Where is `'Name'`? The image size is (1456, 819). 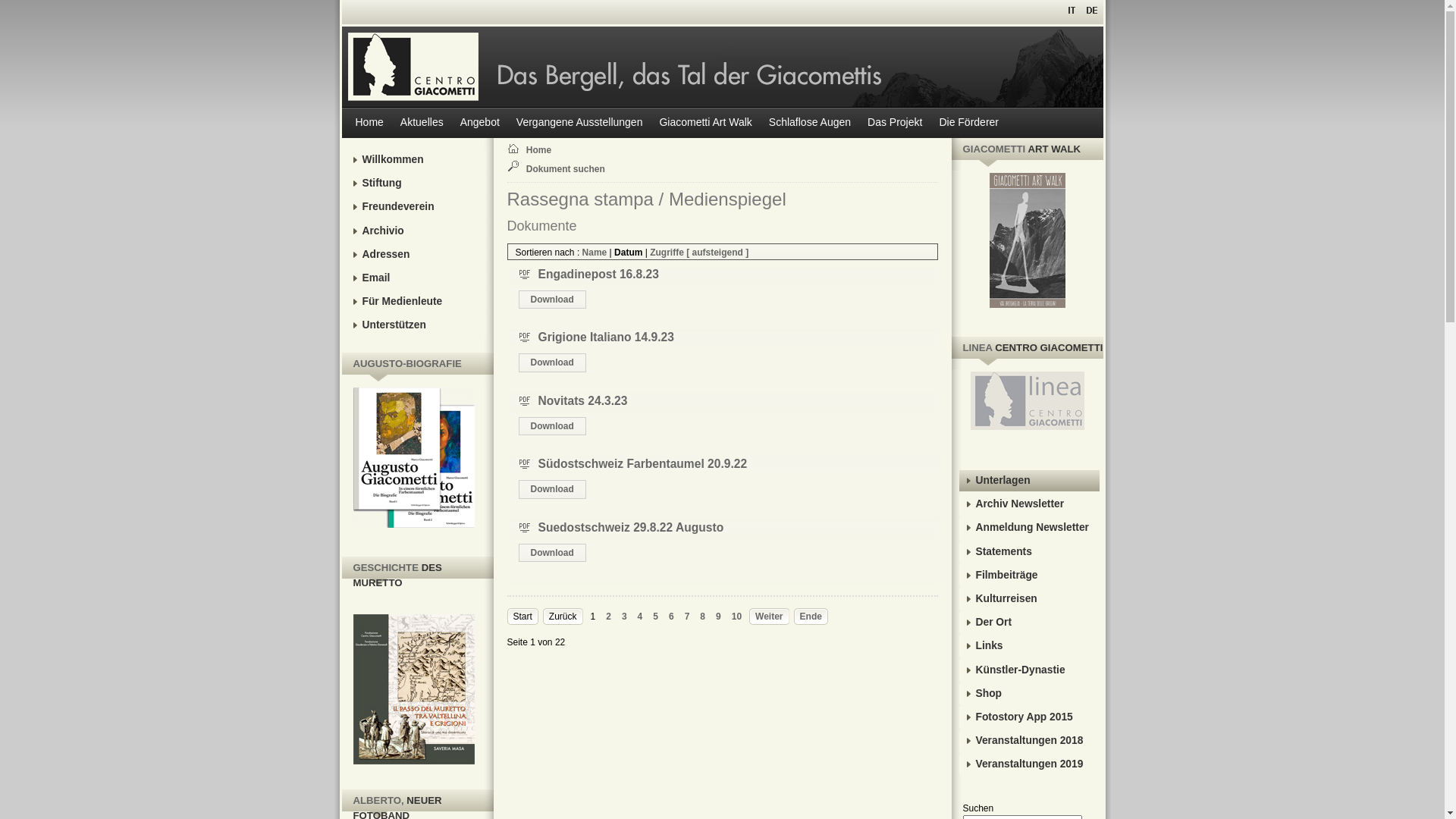 'Name' is located at coordinates (594, 251).